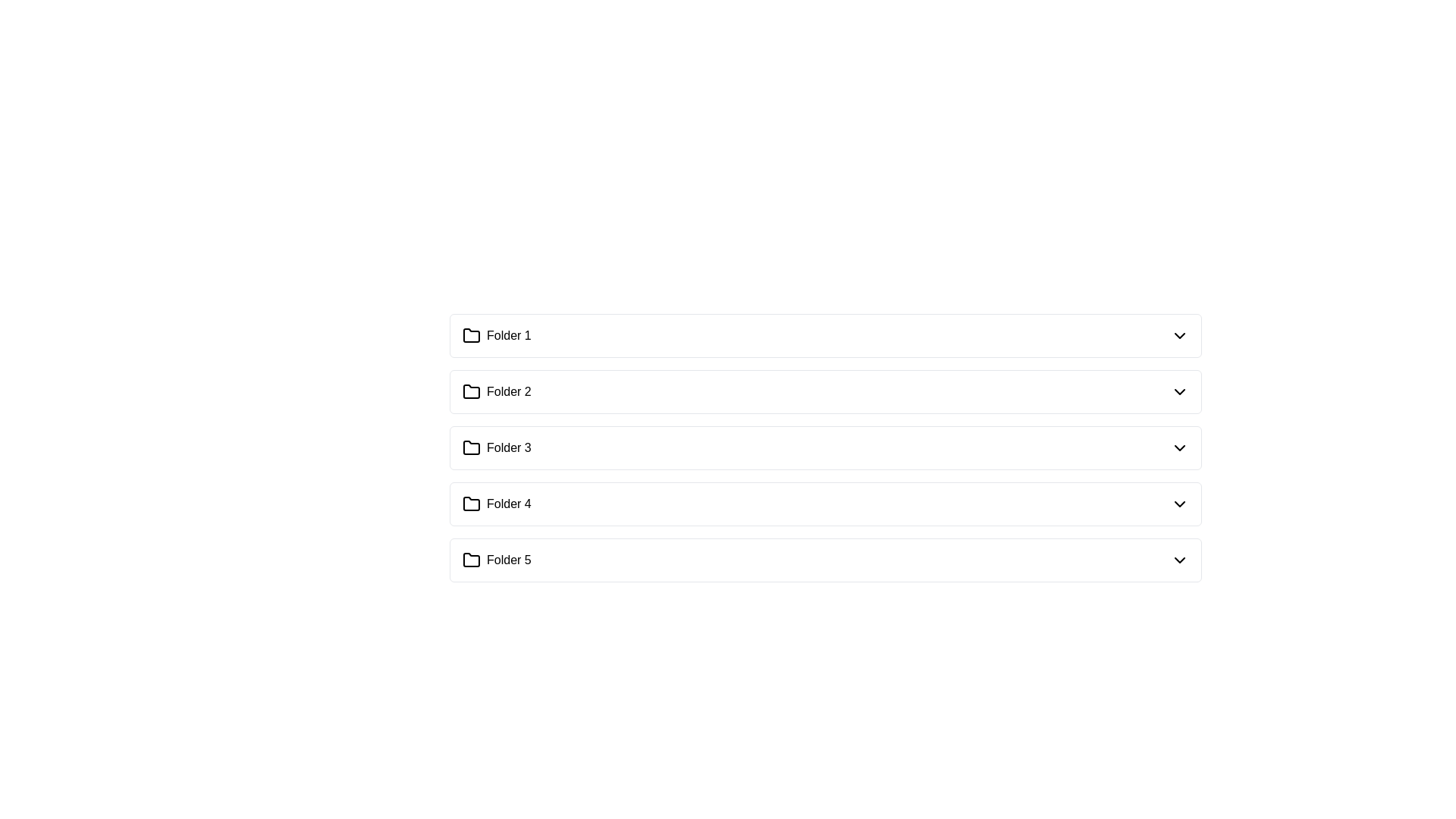 Image resolution: width=1456 pixels, height=819 pixels. What do you see at coordinates (497, 504) in the screenshot?
I see `the fourth List Item labeled 'Folder 4', which features a small outlined folder icon on the left and is part of a vertical list of similar entries` at bounding box center [497, 504].